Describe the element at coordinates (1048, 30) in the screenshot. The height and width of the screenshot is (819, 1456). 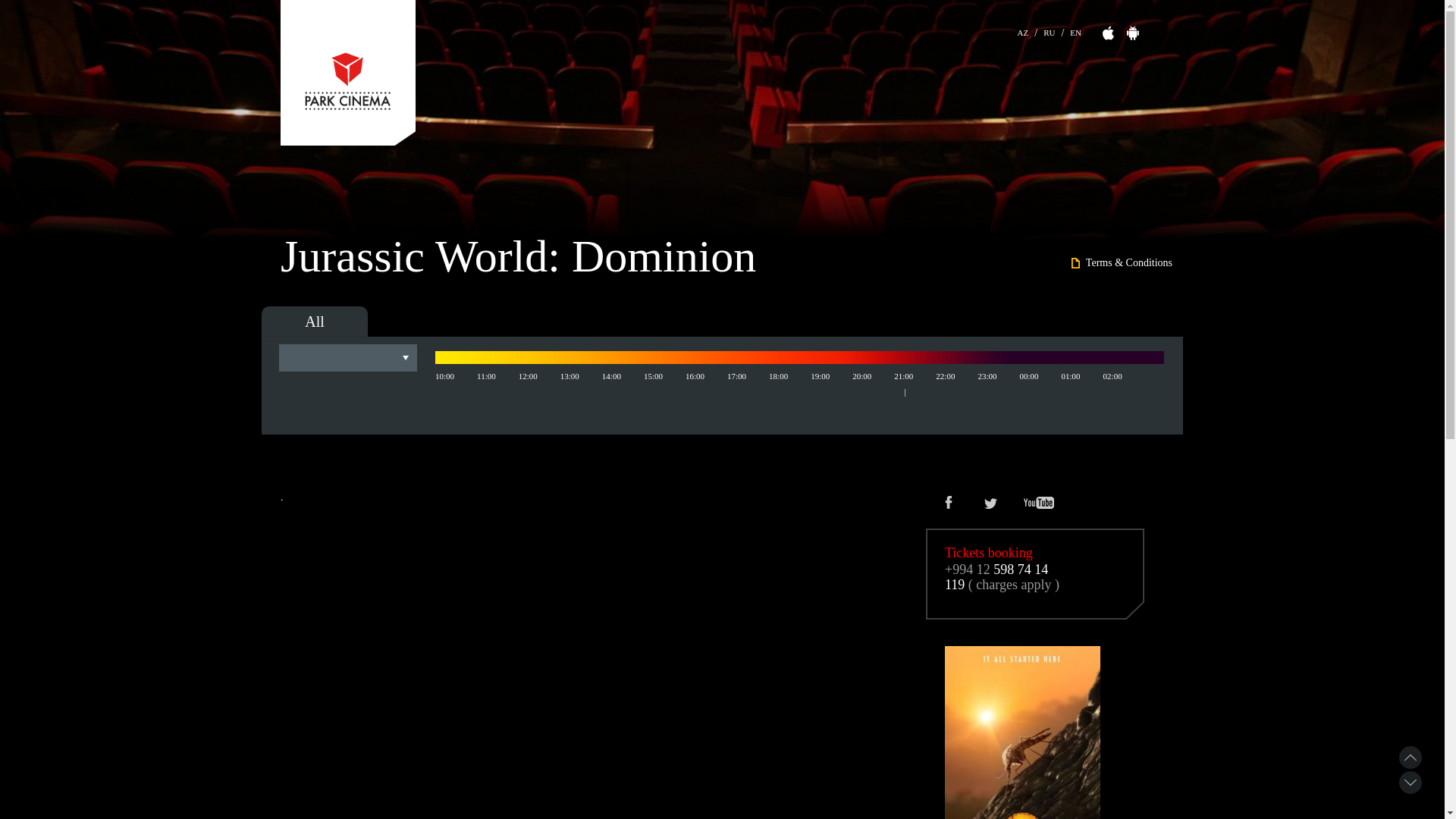
I see `'RU'` at that location.